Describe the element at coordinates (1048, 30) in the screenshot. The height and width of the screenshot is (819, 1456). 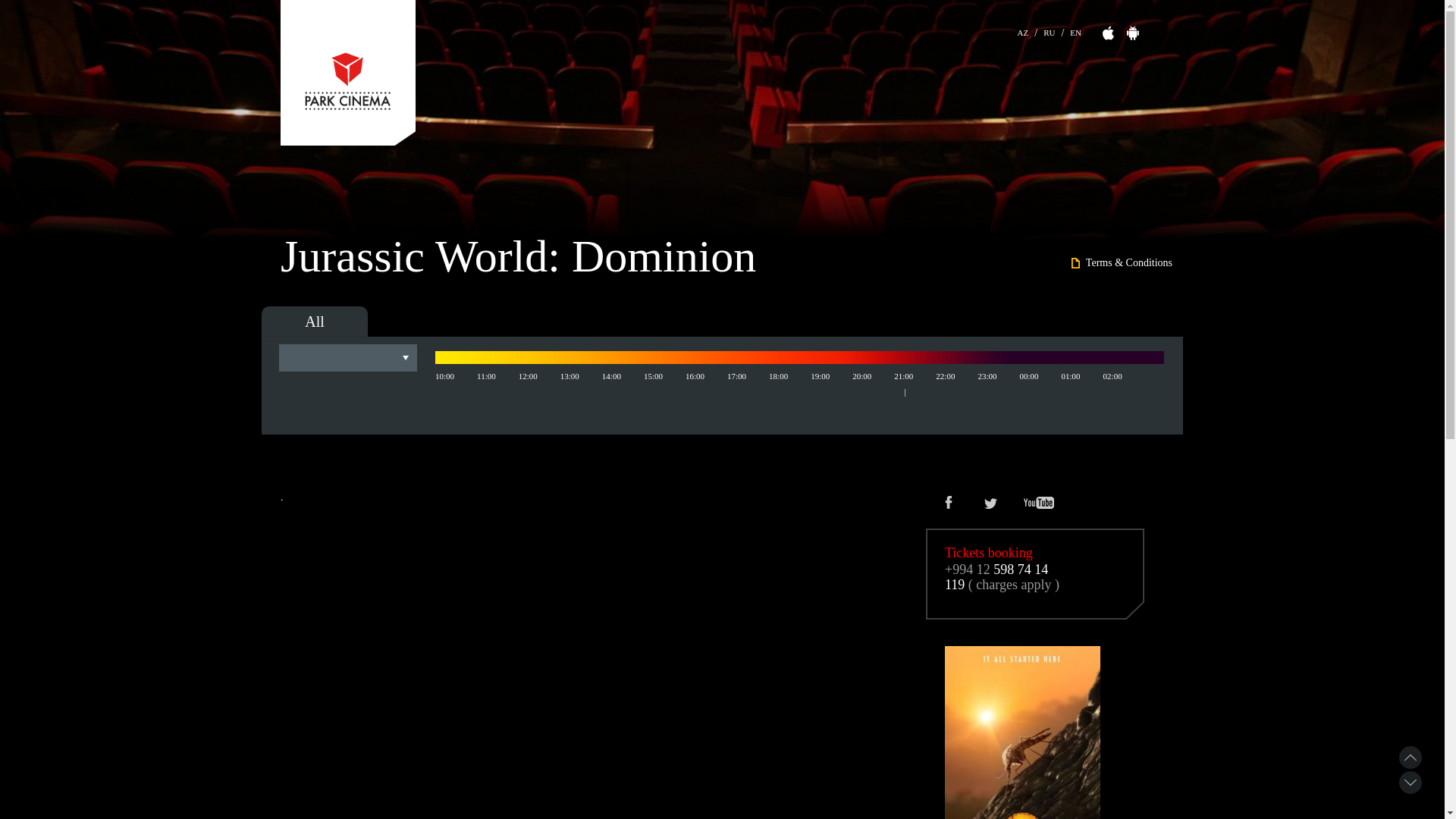
I see `'RU'` at that location.